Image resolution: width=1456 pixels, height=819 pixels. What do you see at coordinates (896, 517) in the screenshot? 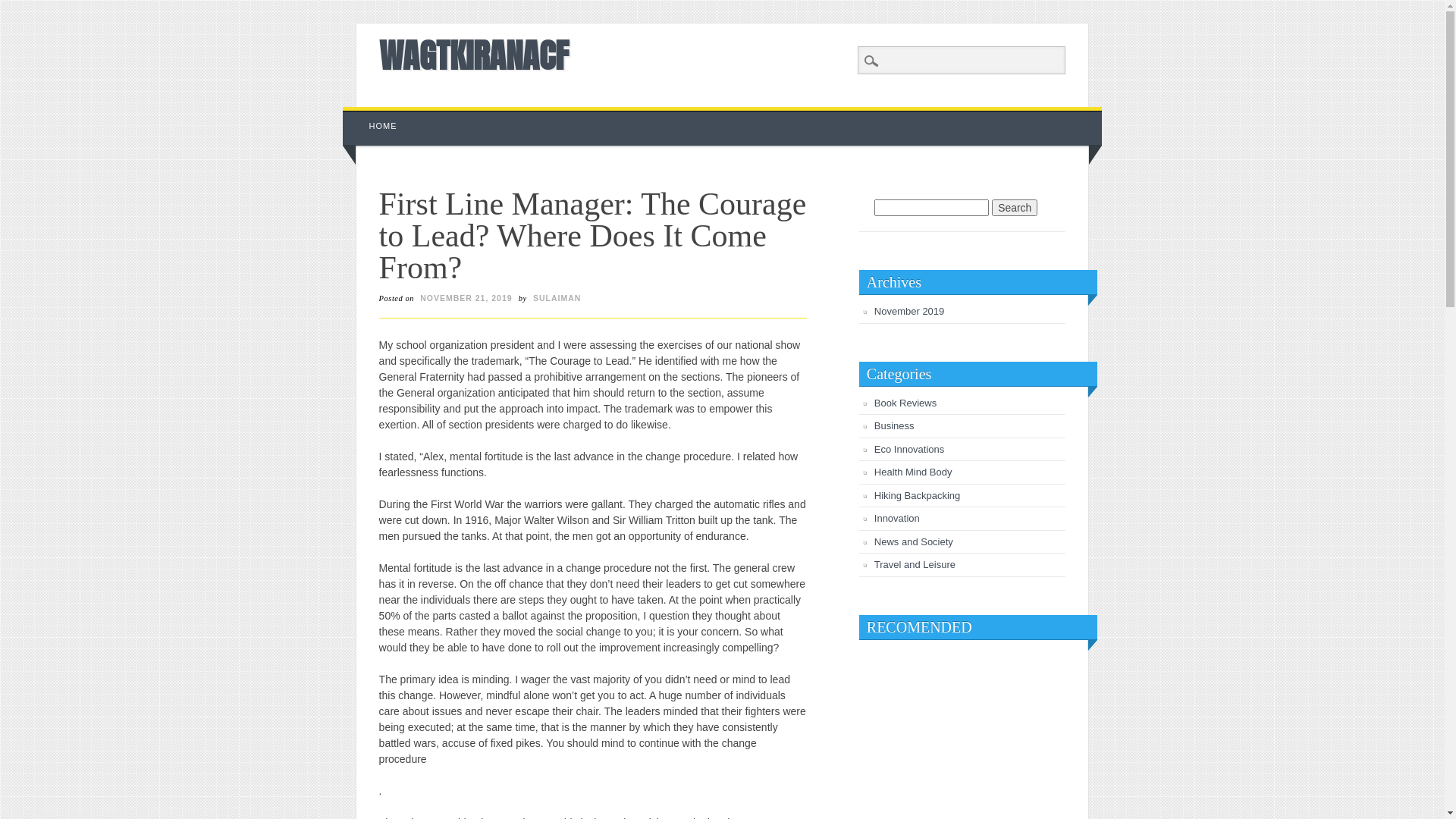
I see `'Innovation'` at bounding box center [896, 517].